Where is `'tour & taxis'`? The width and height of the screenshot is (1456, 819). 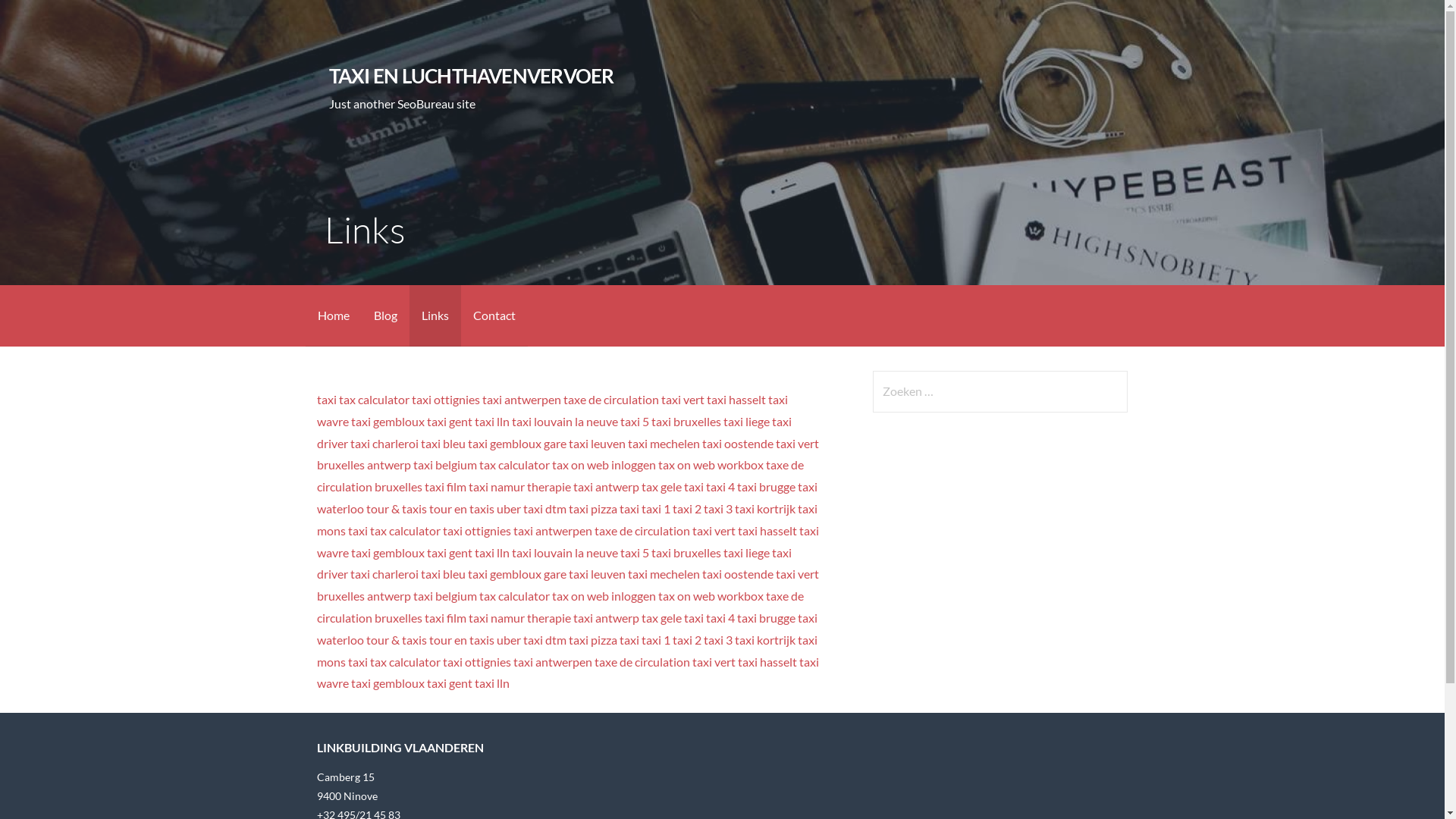 'tour & taxis' is located at coordinates (397, 508).